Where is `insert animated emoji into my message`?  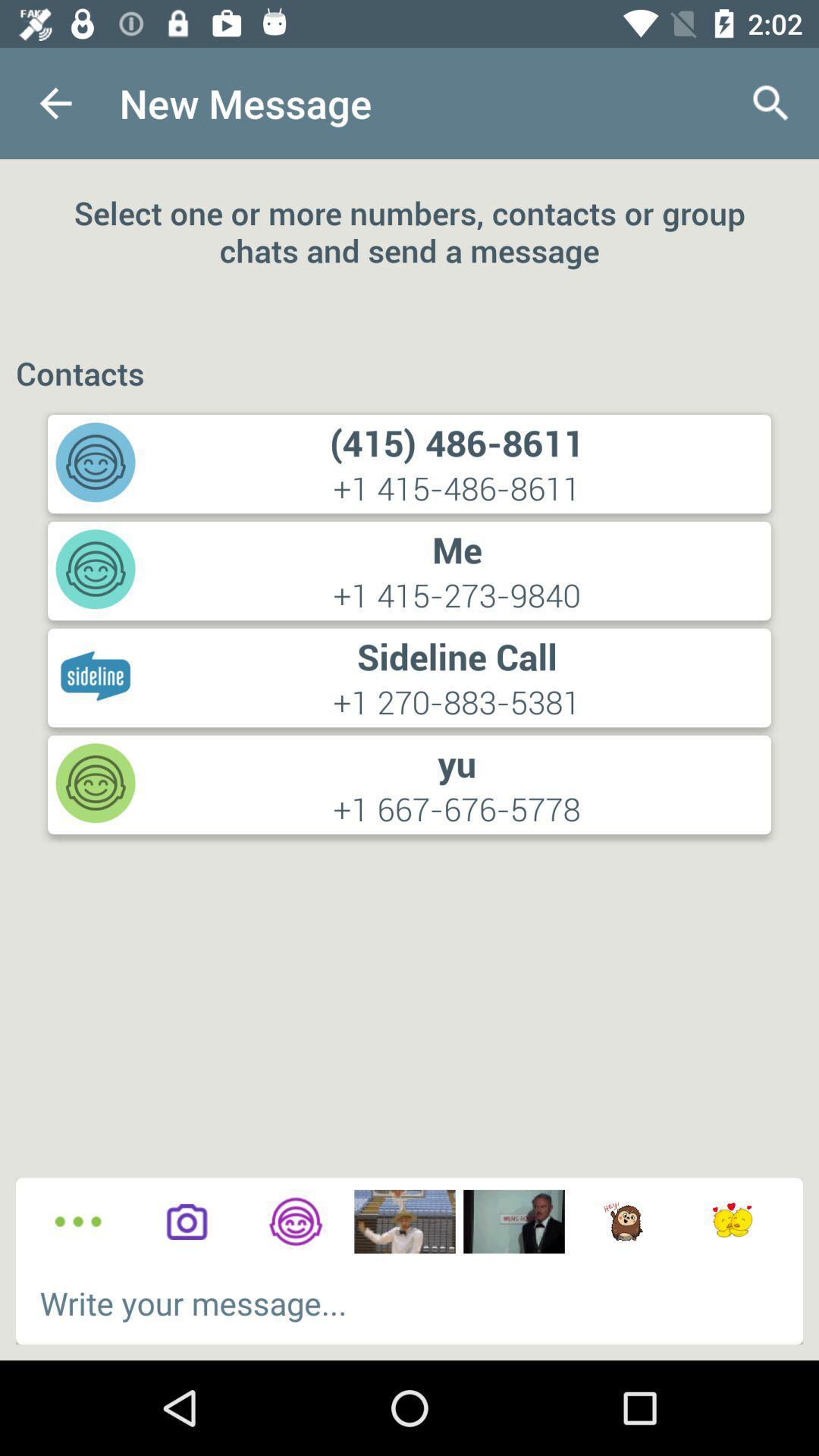 insert animated emoji into my message is located at coordinates (623, 1222).